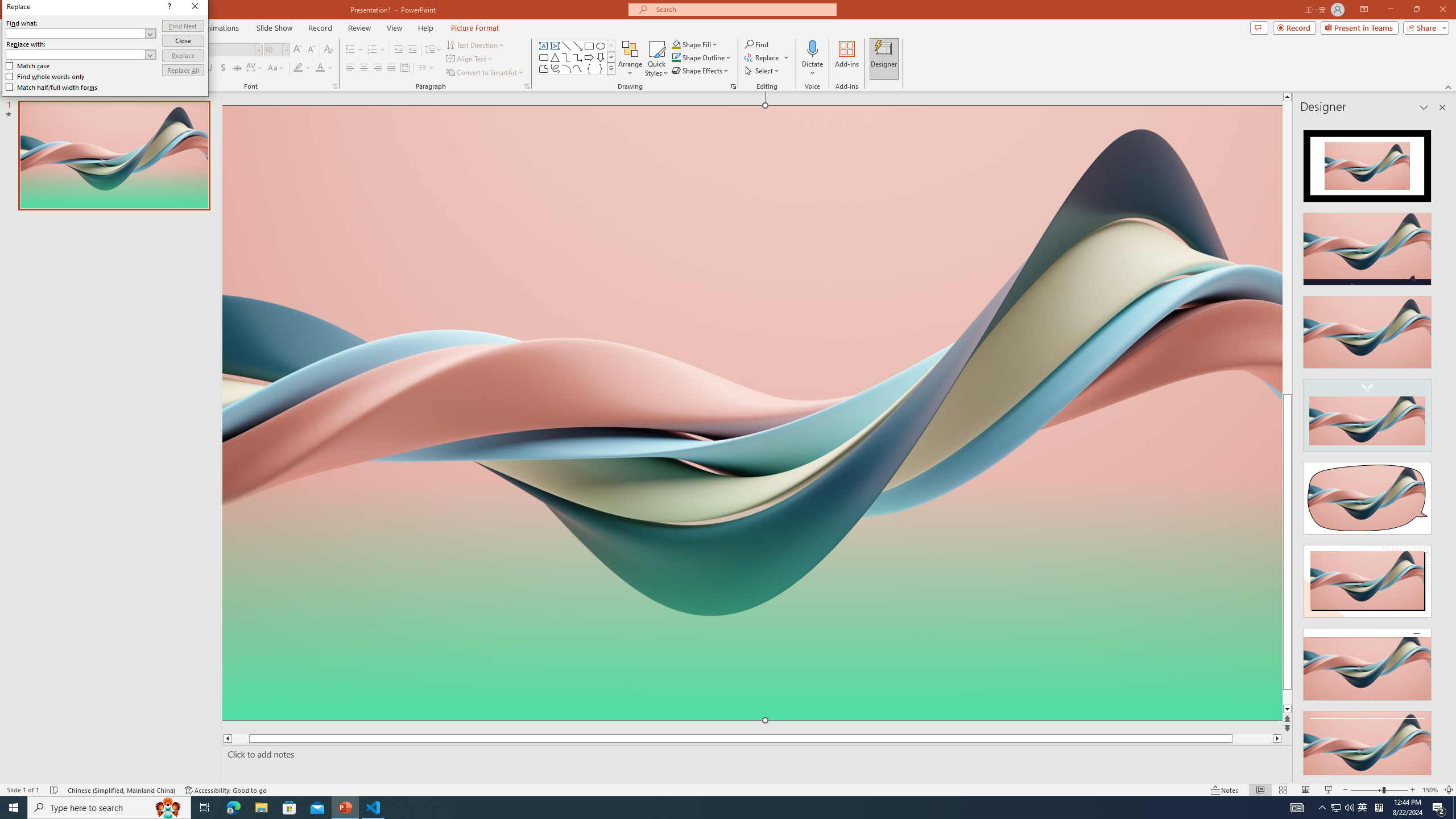 The width and height of the screenshot is (1456, 819). What do you see at coordinates (554, 68) in the screenshot?
I see `'Freeform: Scribble'` at bounding box center [554, 68].